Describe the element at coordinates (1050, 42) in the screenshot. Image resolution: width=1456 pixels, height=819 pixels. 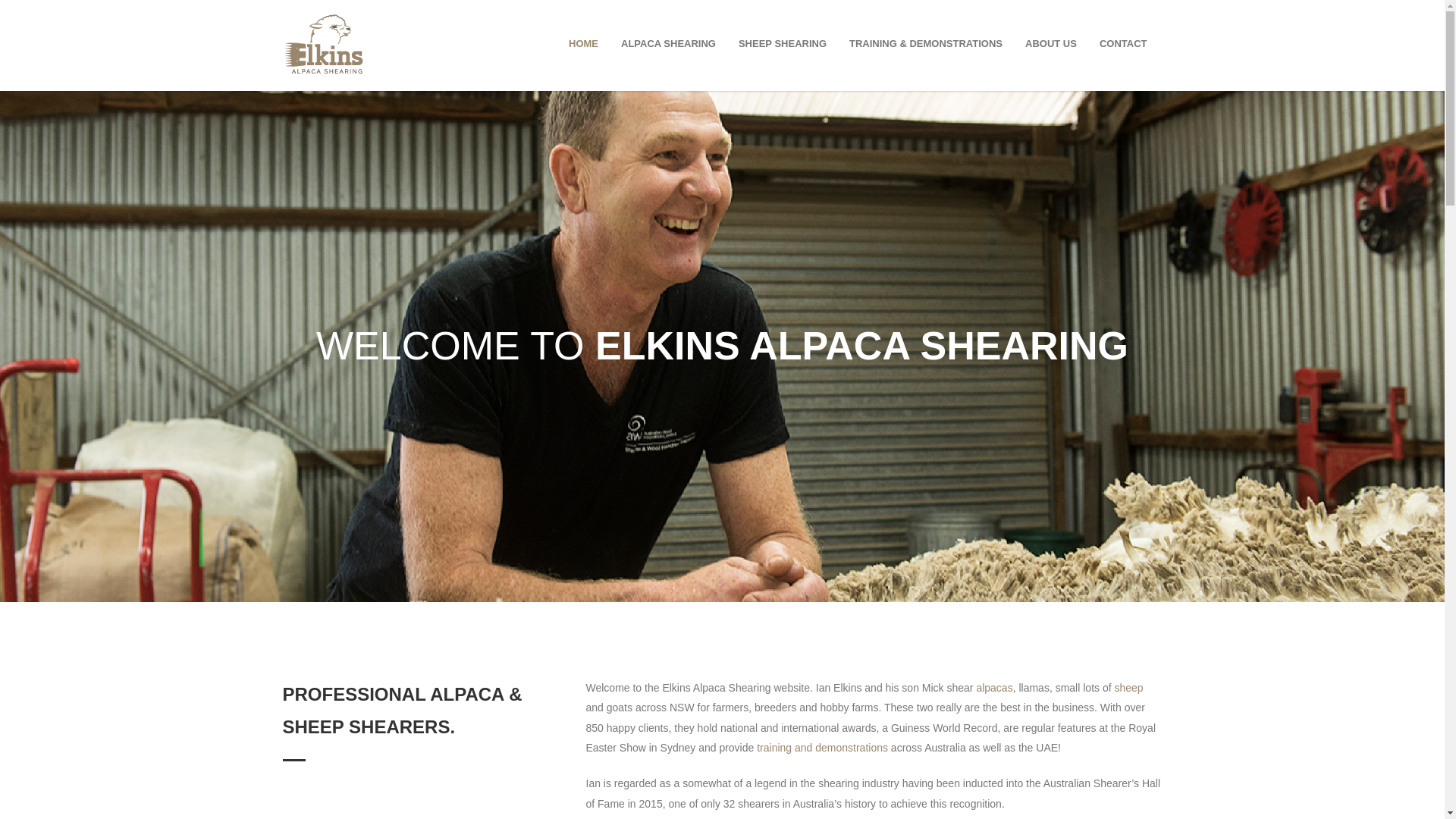
I see `'ABOUT US'` at that location.